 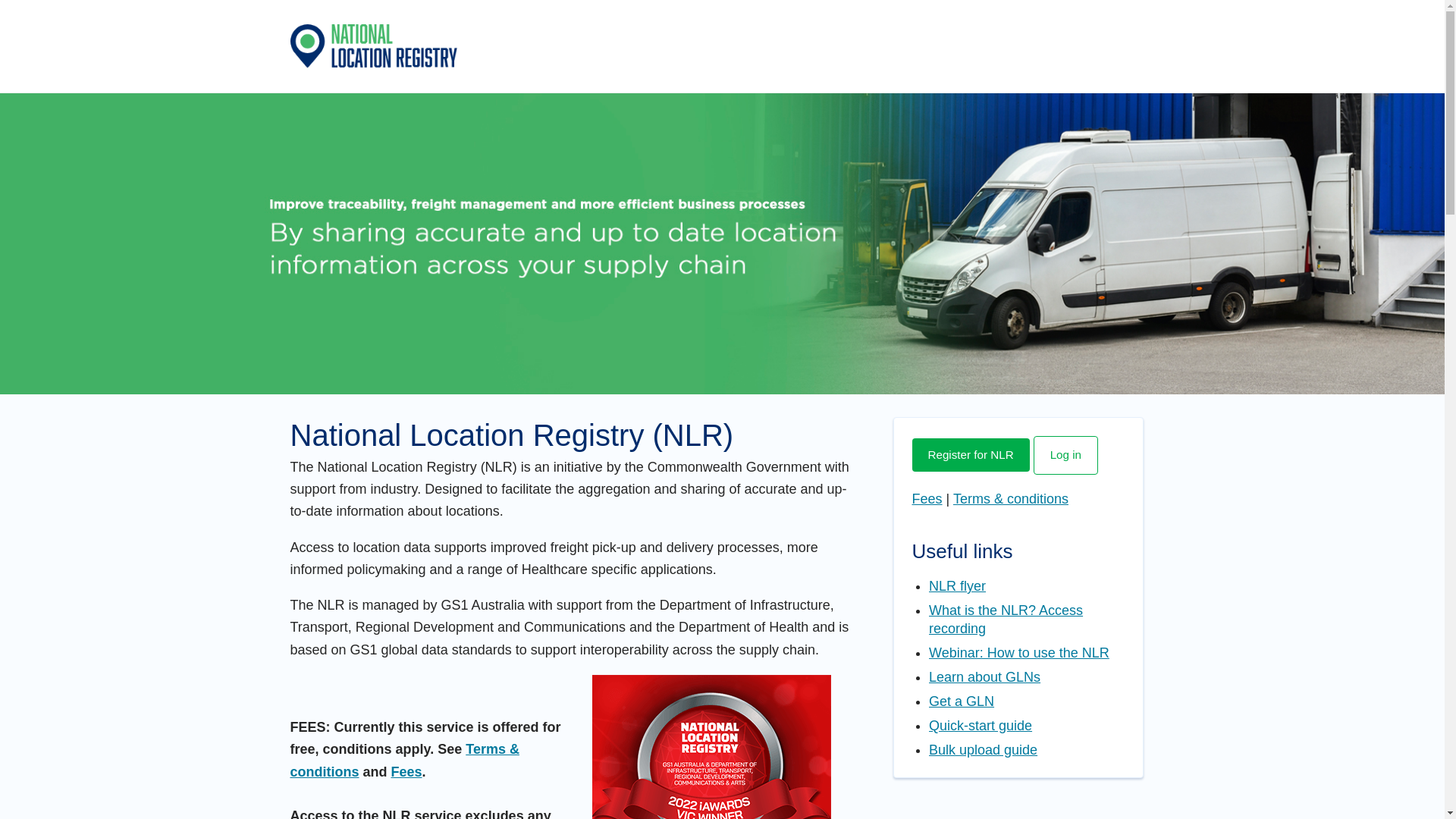 I want to click on 'Fees', so click(x=926, y=499).